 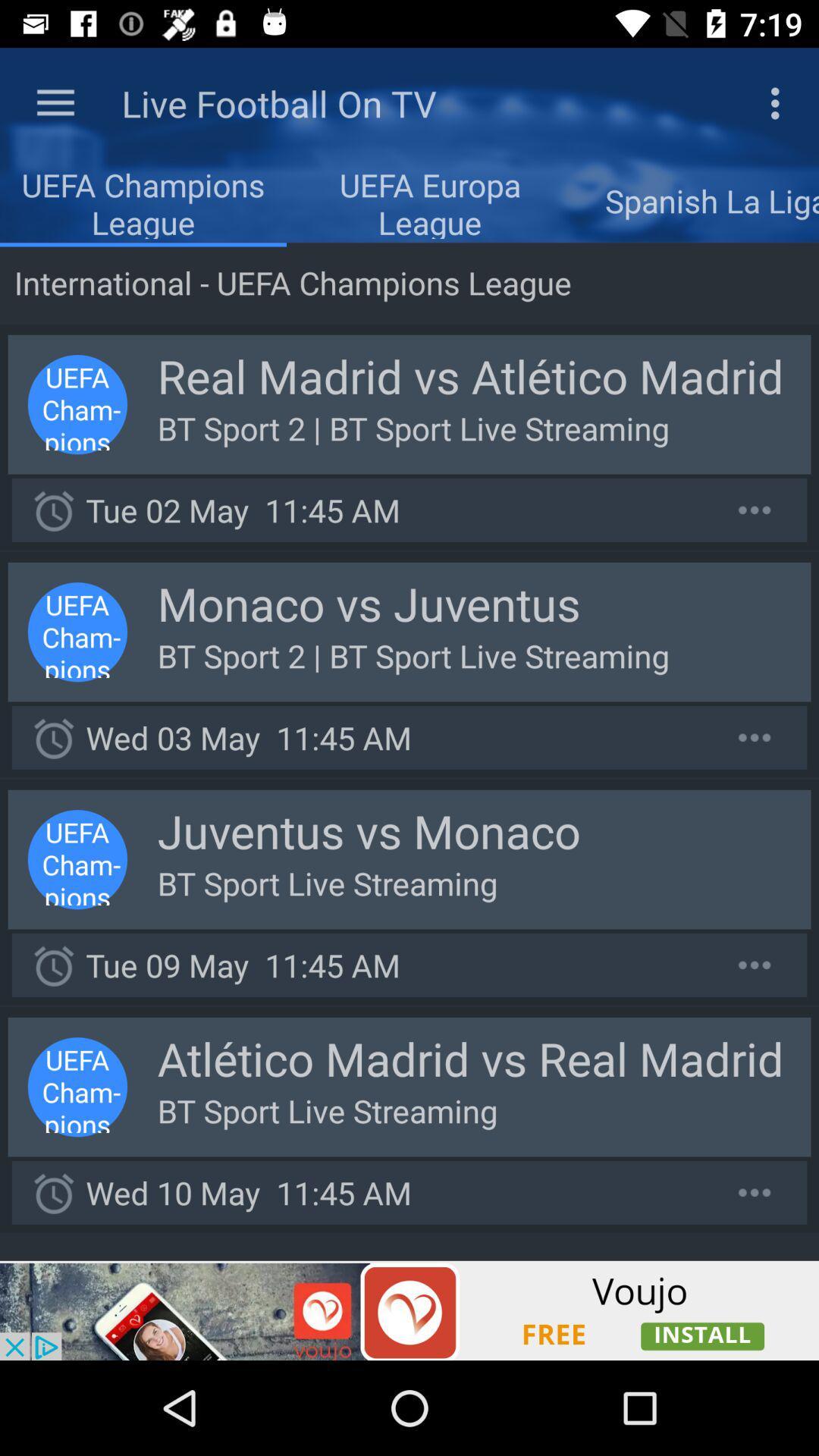 I want to click on button, so click(x=755, y=737).